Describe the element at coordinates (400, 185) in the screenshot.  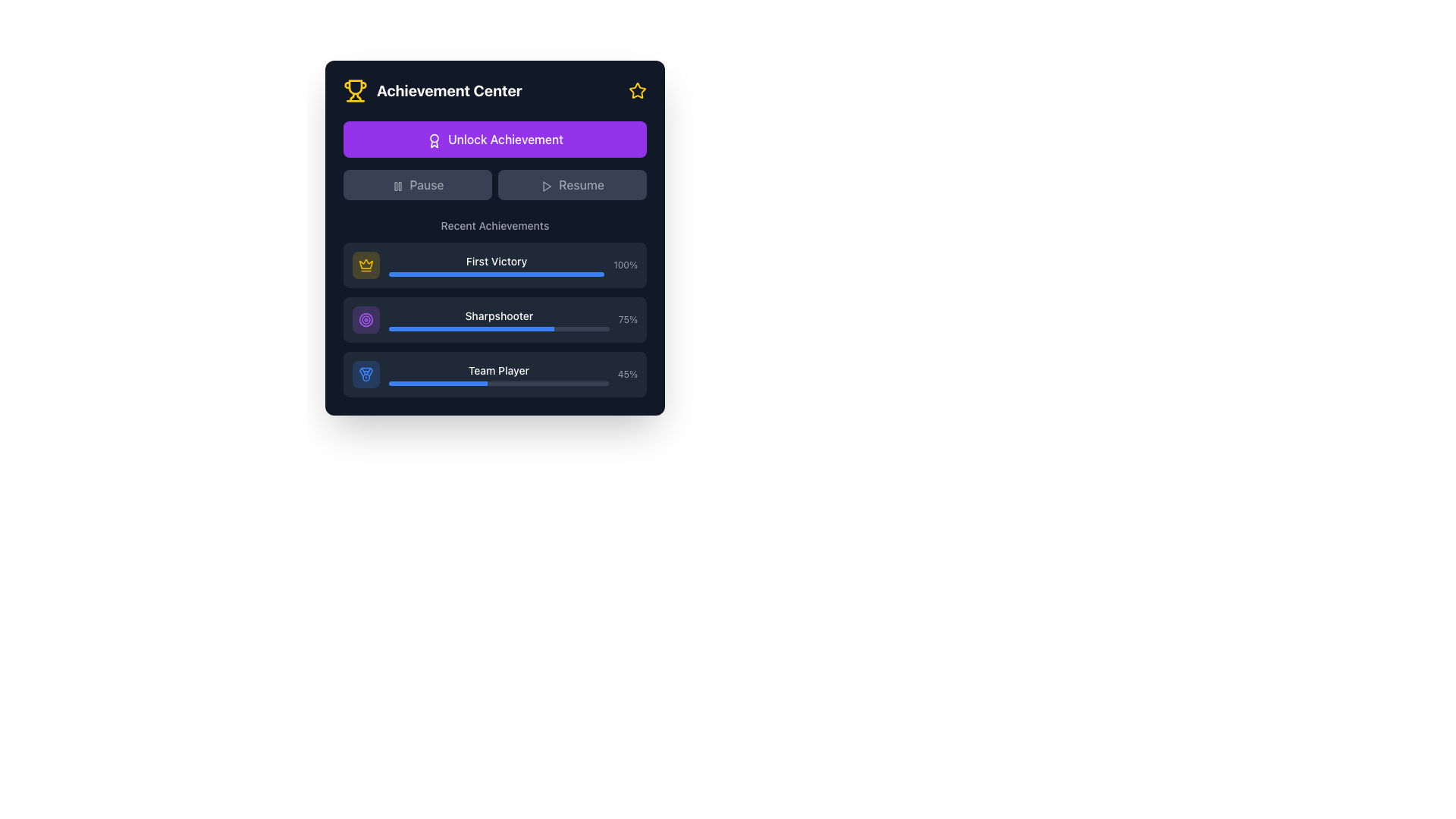
I see `the right vertical bar of the pause icon located in the Achievement Center interface` at that location.